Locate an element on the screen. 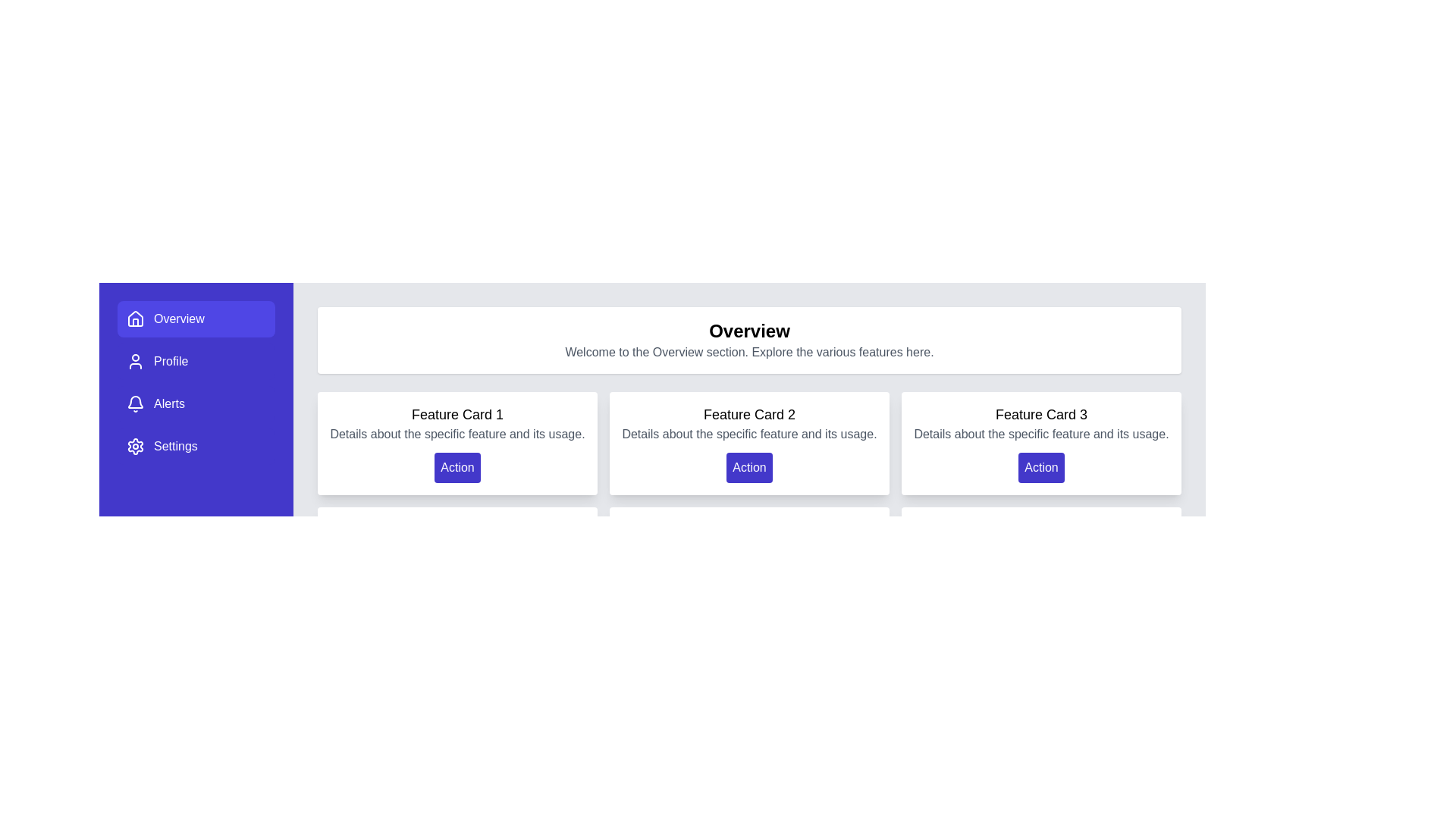 Image resolution: width=1456 pixels, height=819 pixels. the static text label reading 'Details about the specific feature and its usage.' located below the title in 'Feature Card 3.' is located at coordinates (1040, 435).